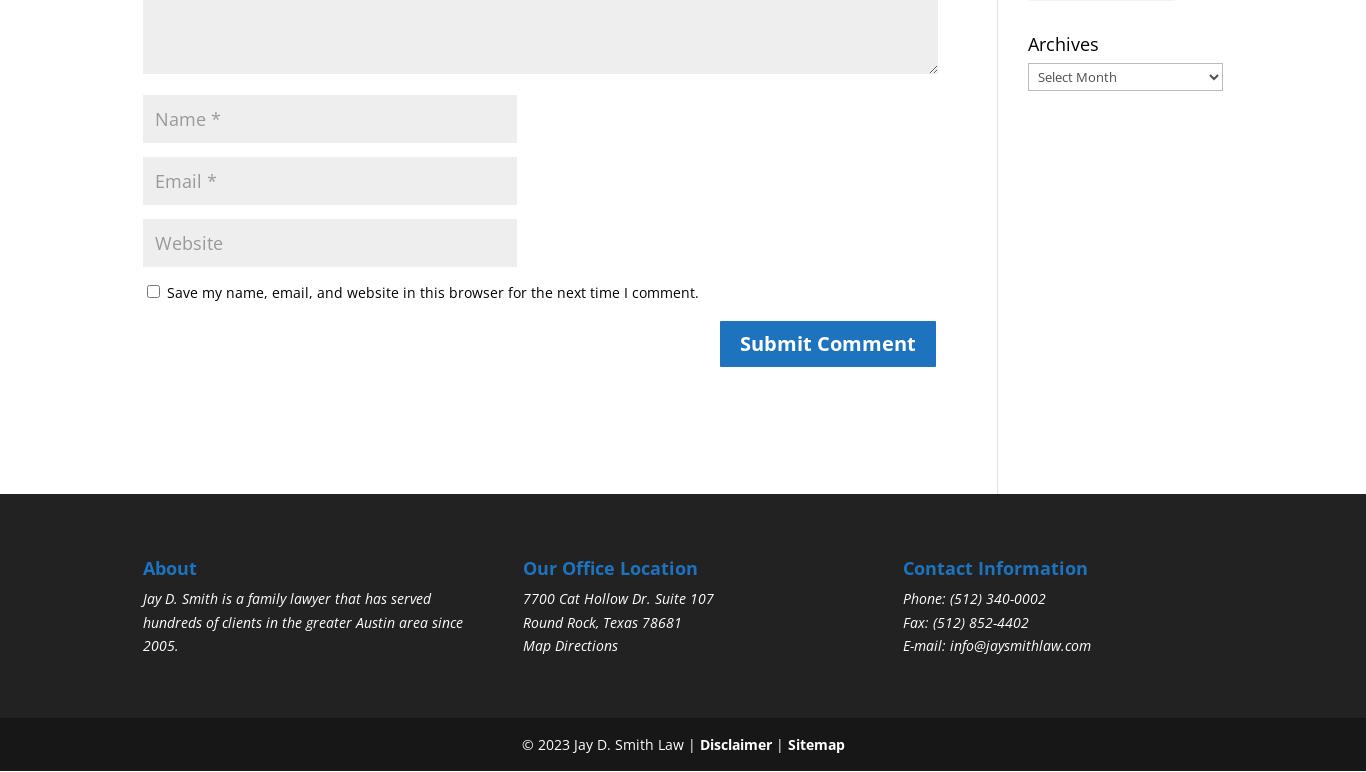  I want to click on 'Sitemap', so click(814, 742).